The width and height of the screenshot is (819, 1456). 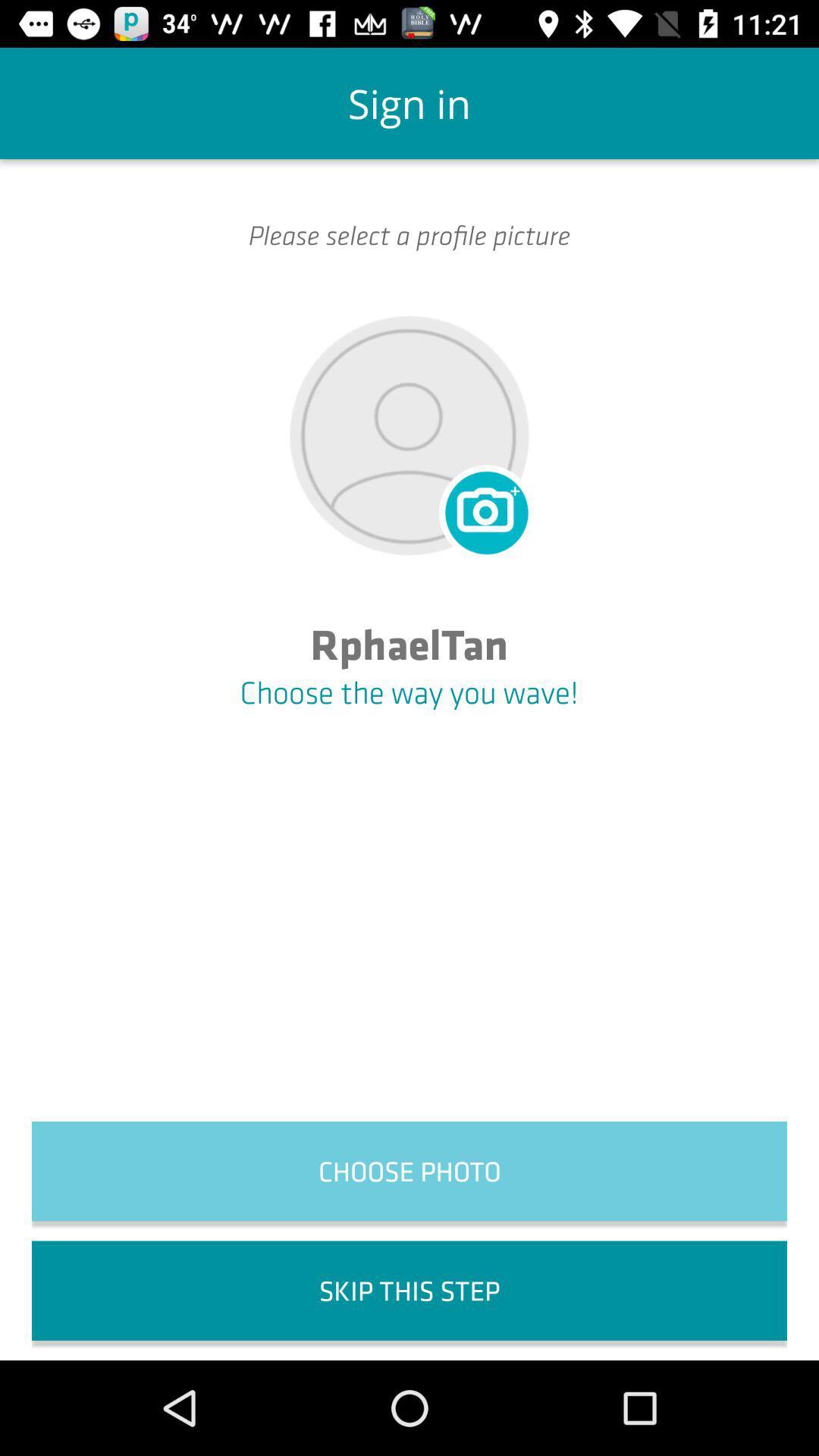 I want to click on item below the choose photo item, so click(x=409, y=1290).